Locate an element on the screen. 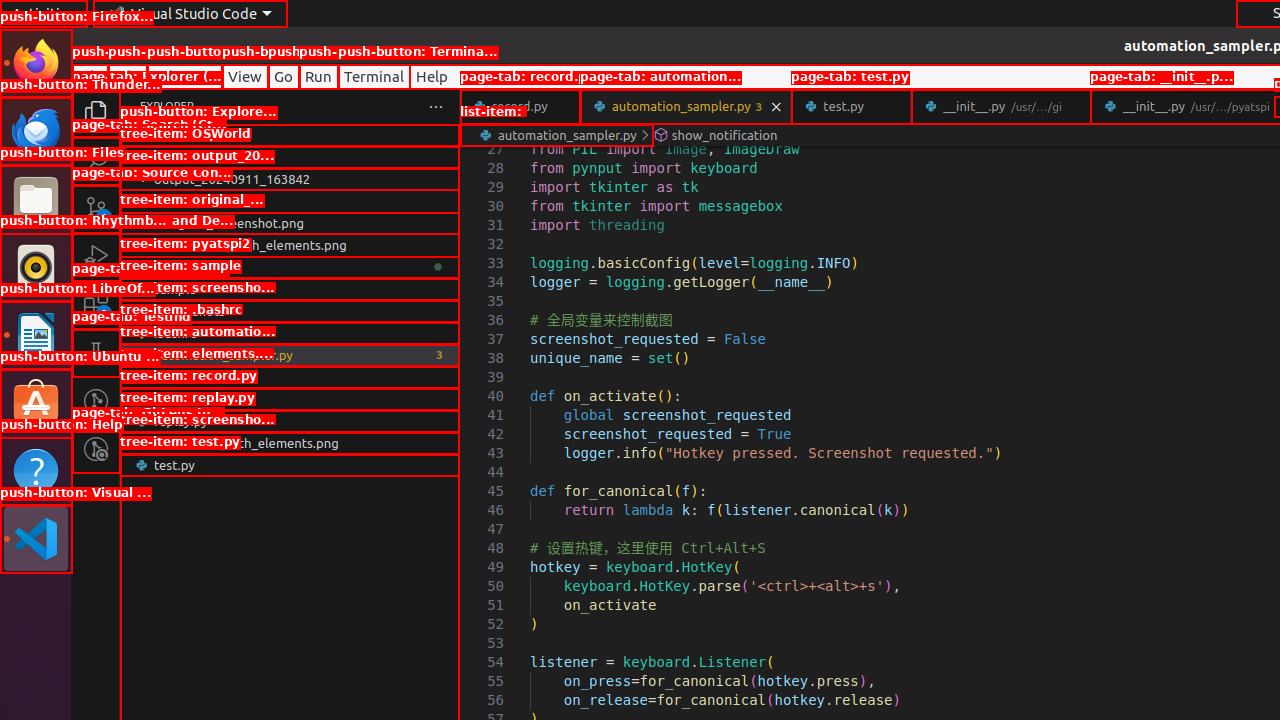  'original_screenshot.png' is located at coordinates (288, 222).